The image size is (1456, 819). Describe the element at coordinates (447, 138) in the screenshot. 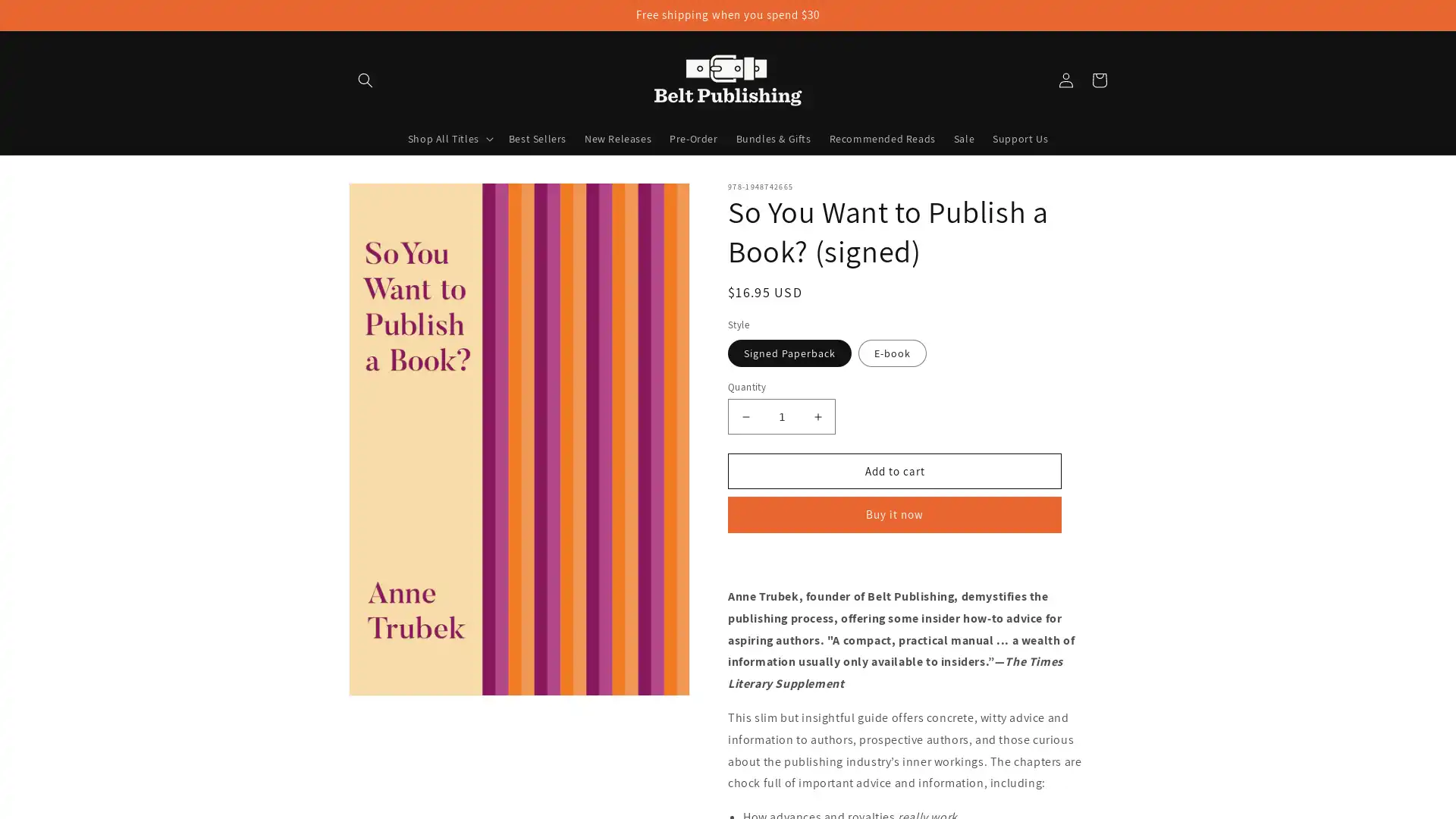

I see `Shop All Titles` at that location.